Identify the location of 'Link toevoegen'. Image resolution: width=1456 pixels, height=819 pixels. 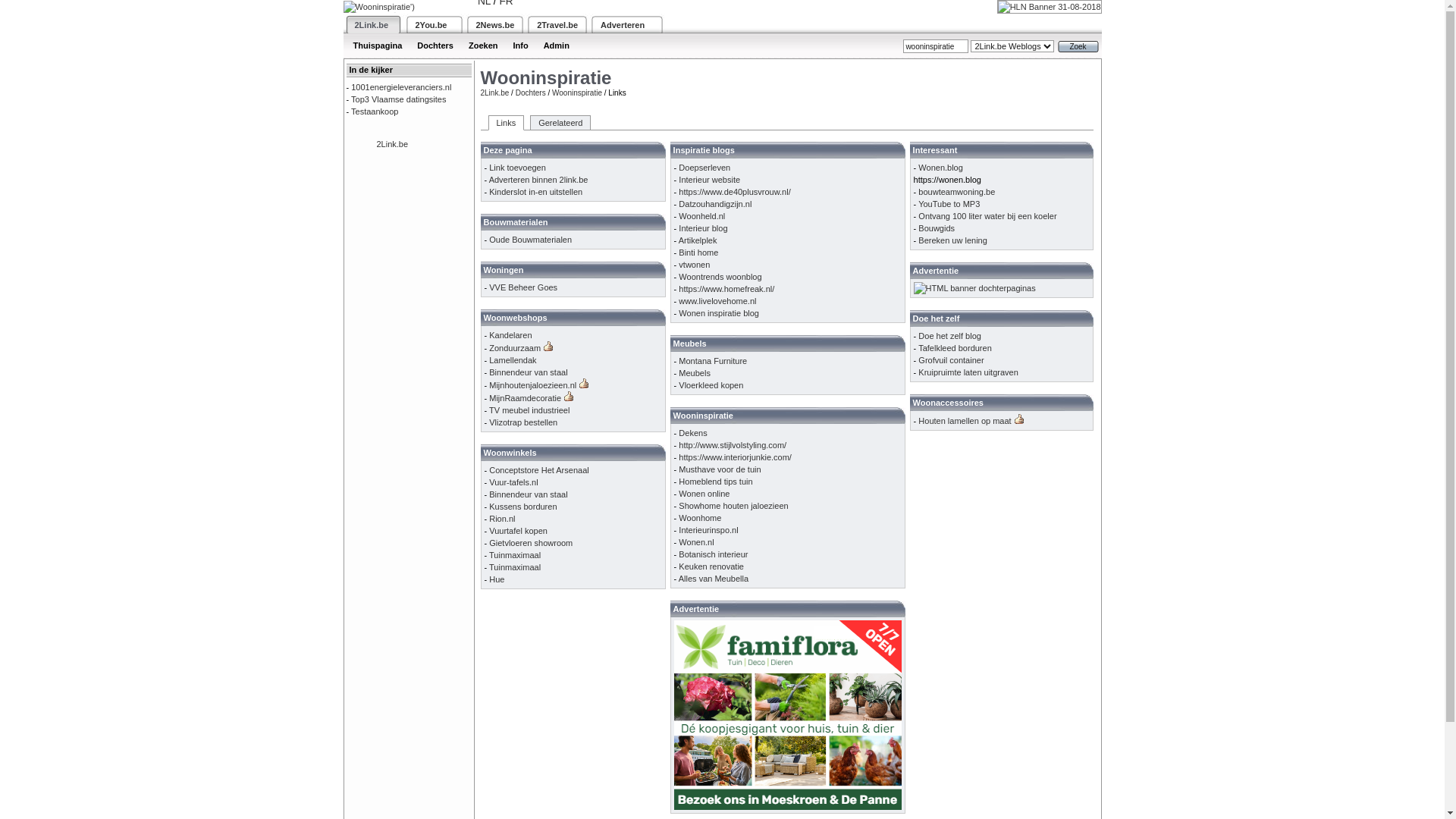
(488, 167).